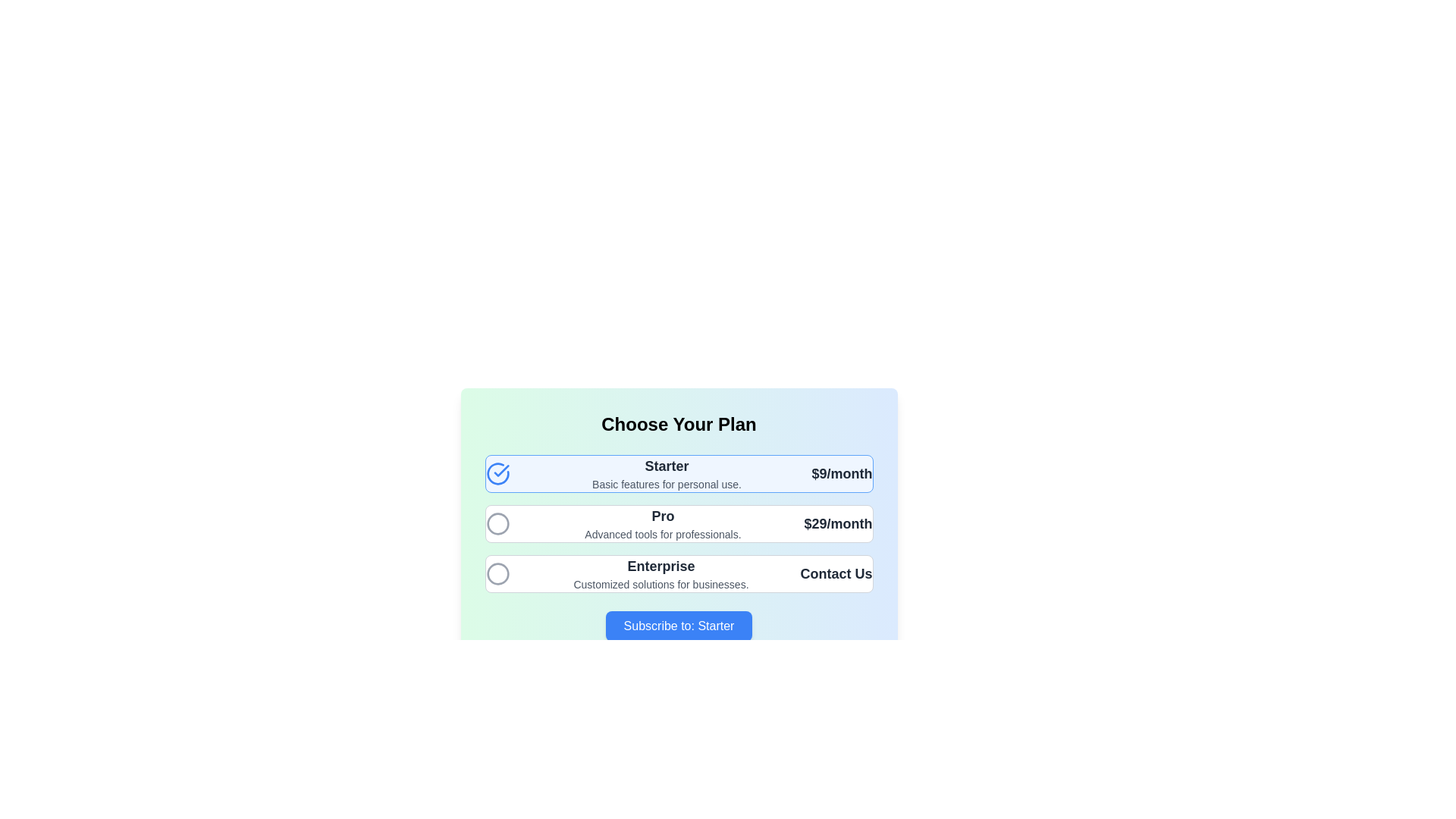 Image resolution: width=1456 pixels, height=819 pixels. I want to click on the radio button for the 'Pro' plan option, located in the 'Choose Your Plan' section, positioned between the 'Starter' and 'Enterprise' options, so click(497, 522).